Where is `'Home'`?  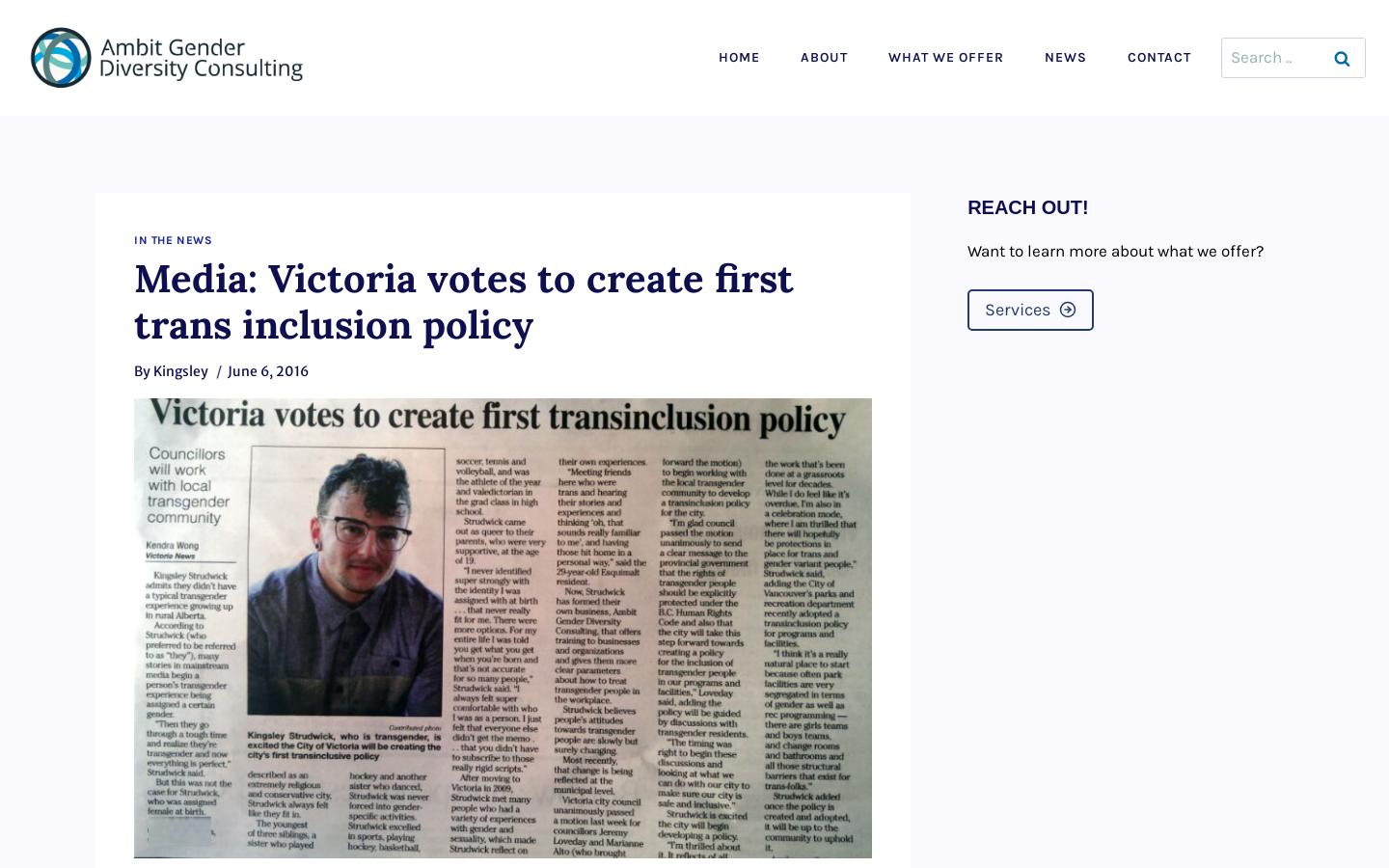
'Home' is located at coordinates (738, 55).